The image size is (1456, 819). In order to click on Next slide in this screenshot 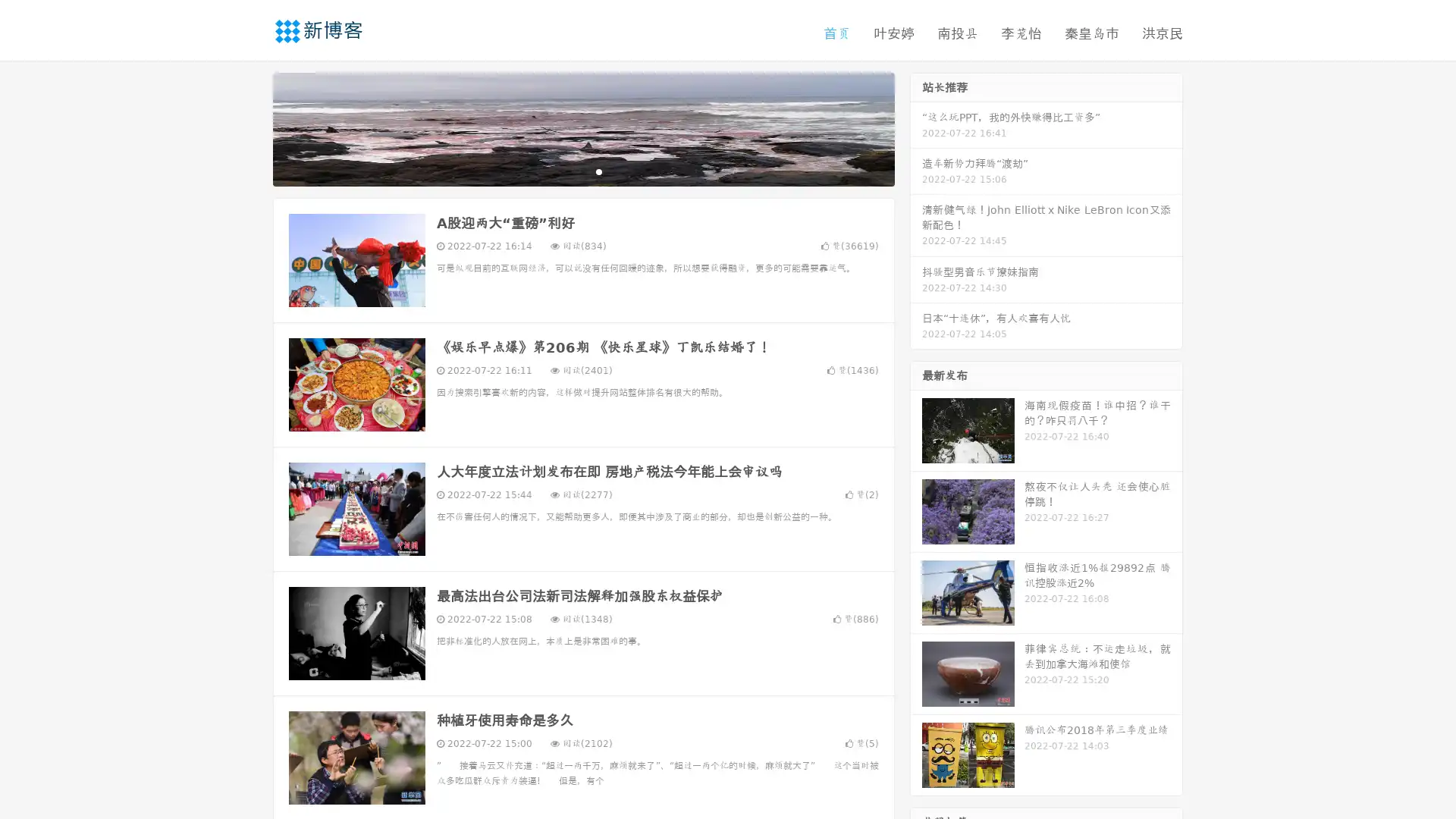, I will do `click(916, 127)`.